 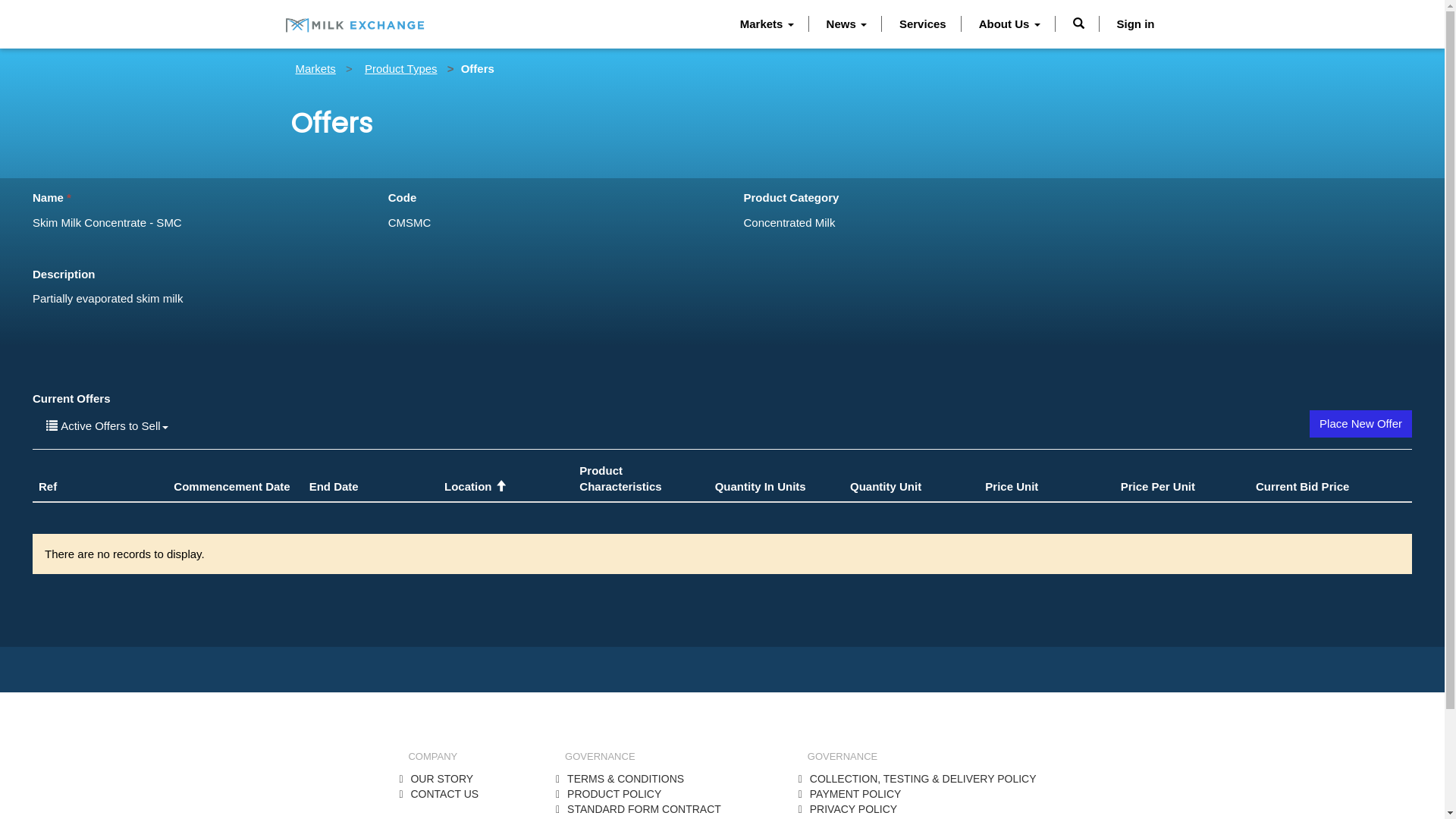 I want to click on 'Markets', so click(x=315, y=68).